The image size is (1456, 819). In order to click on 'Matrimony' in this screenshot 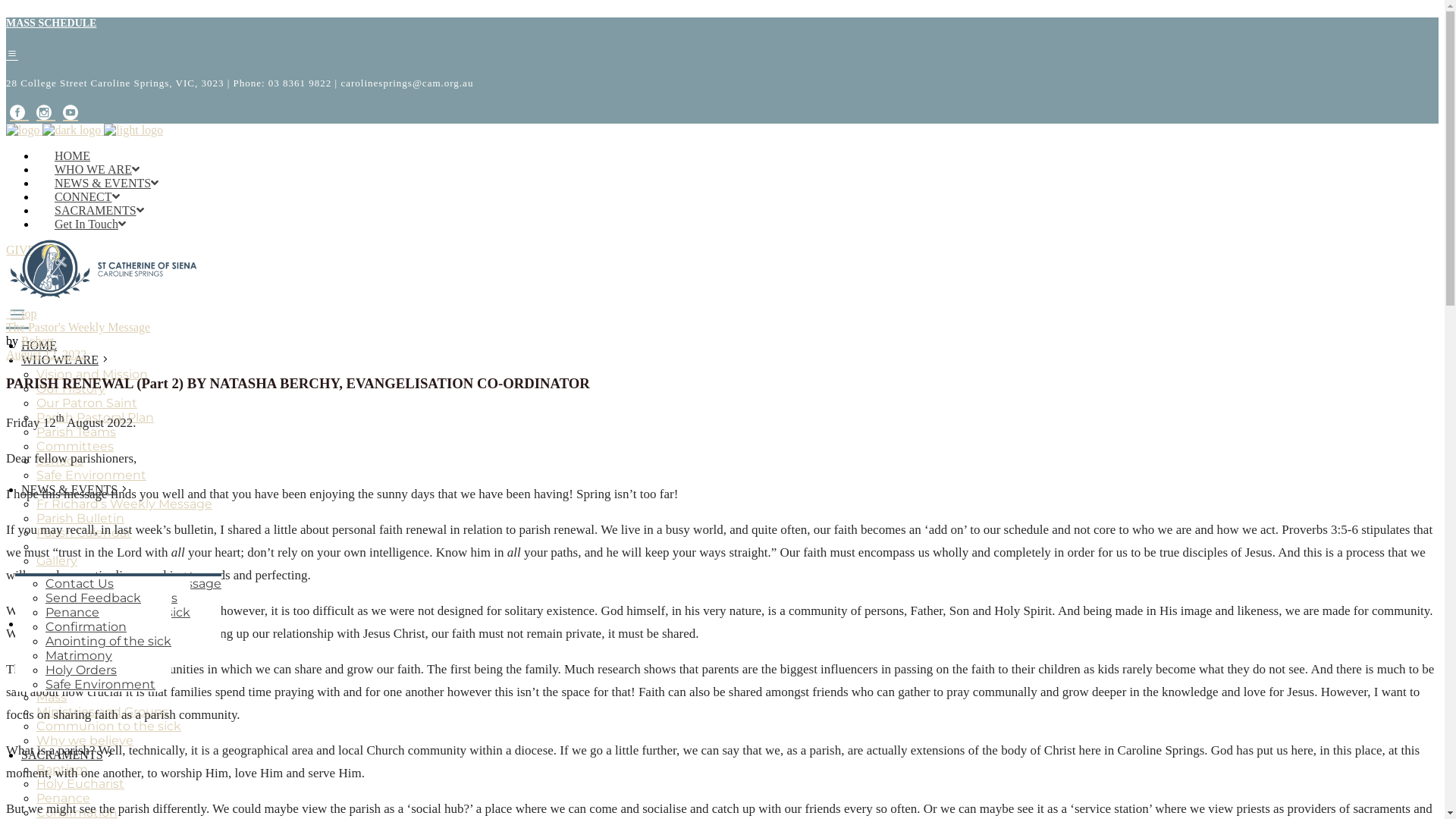, I will do `click(78, 654)`.